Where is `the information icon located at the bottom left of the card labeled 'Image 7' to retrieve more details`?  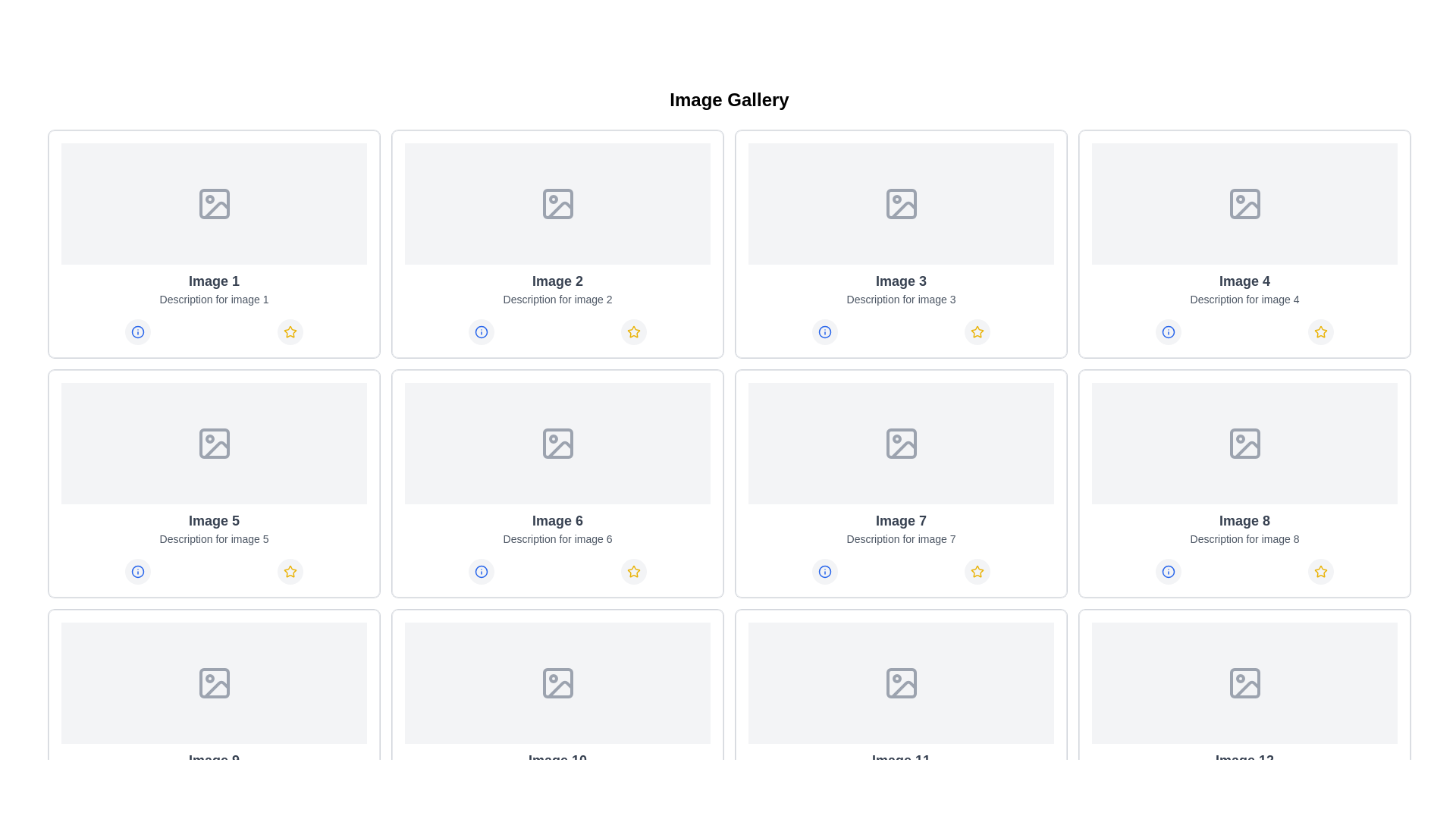 the information icon located at the bottom left of the card labeled 'Image 7' to retrieve more details is located at coordinates (824, 571).